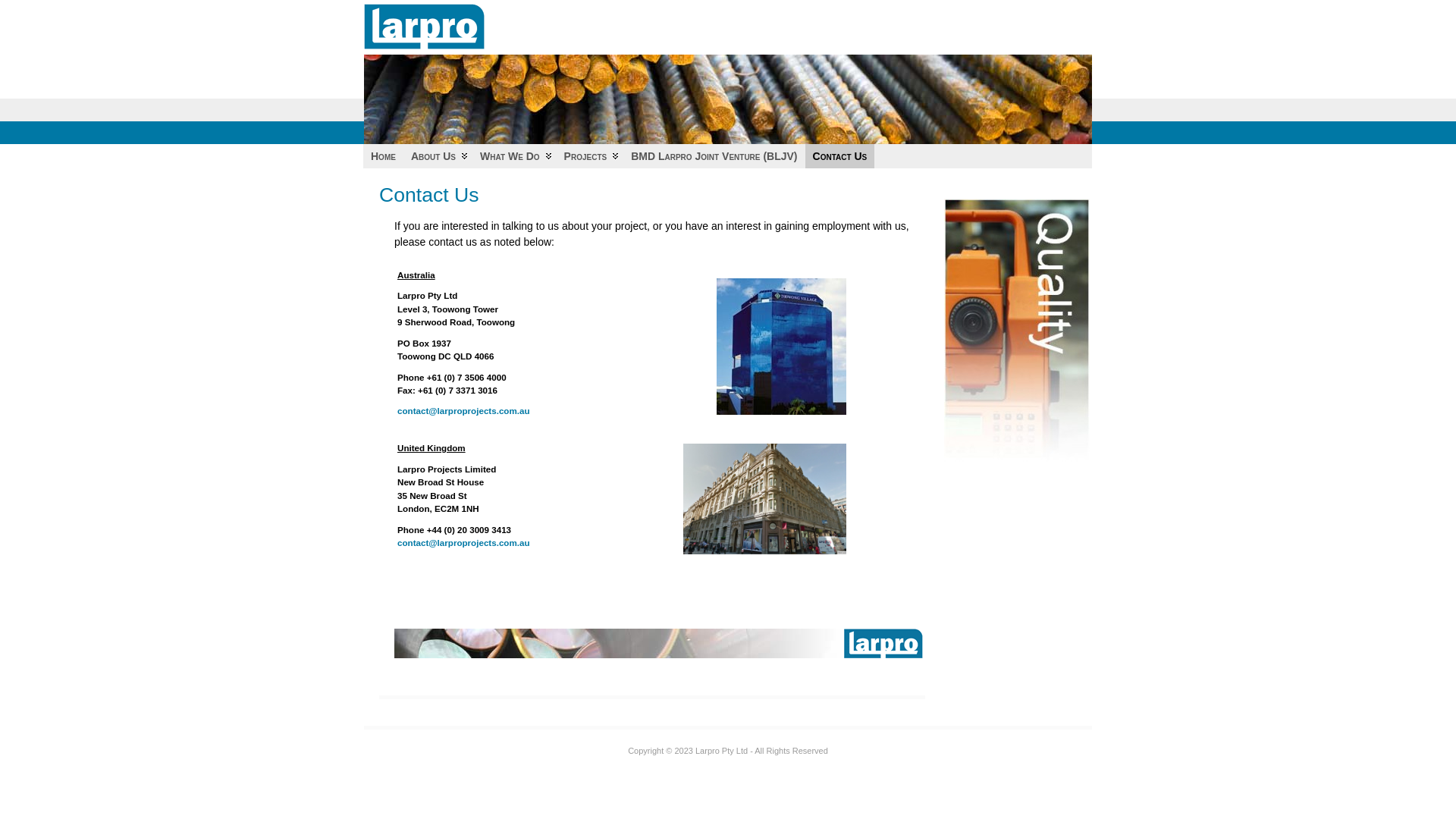  What do you see at coordinates (463, 541) in the screenshot?
I see `'contact@larproprojects.com.au'` at bounding box center [463, 541].